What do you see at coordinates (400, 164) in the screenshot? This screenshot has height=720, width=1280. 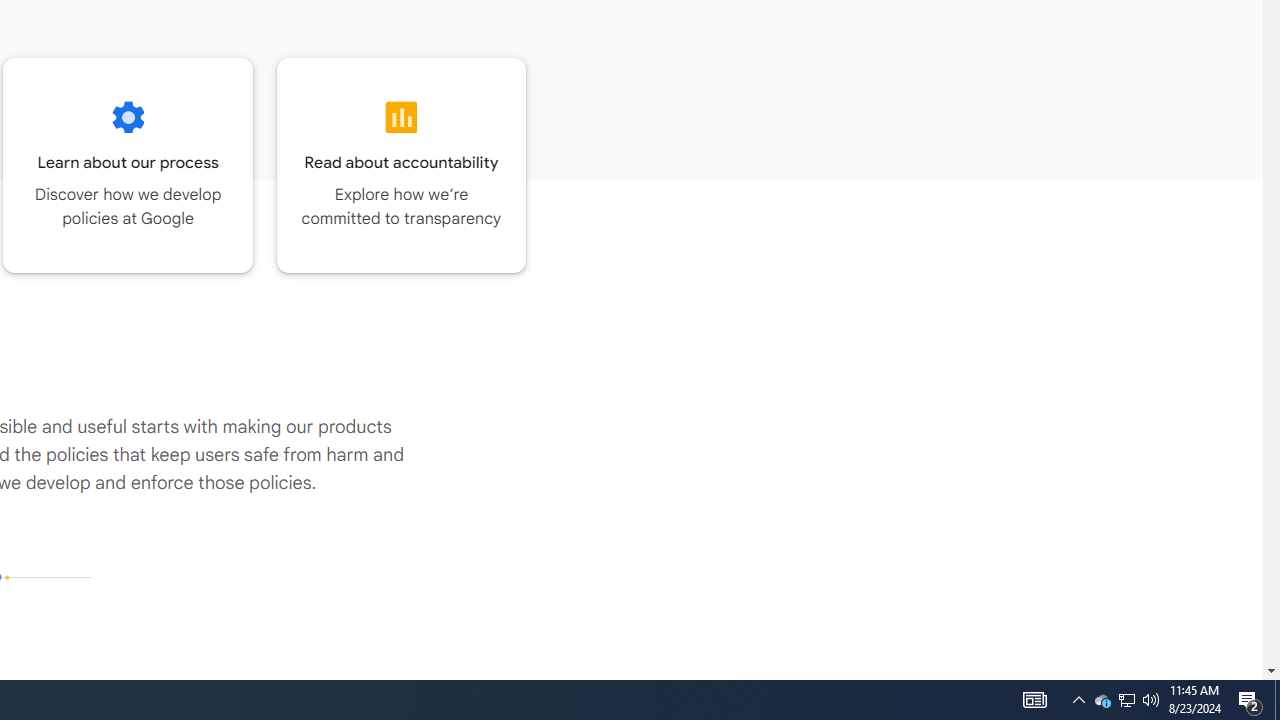 I see `'Go to the Accountability page'` at bounding box center [400, 164].